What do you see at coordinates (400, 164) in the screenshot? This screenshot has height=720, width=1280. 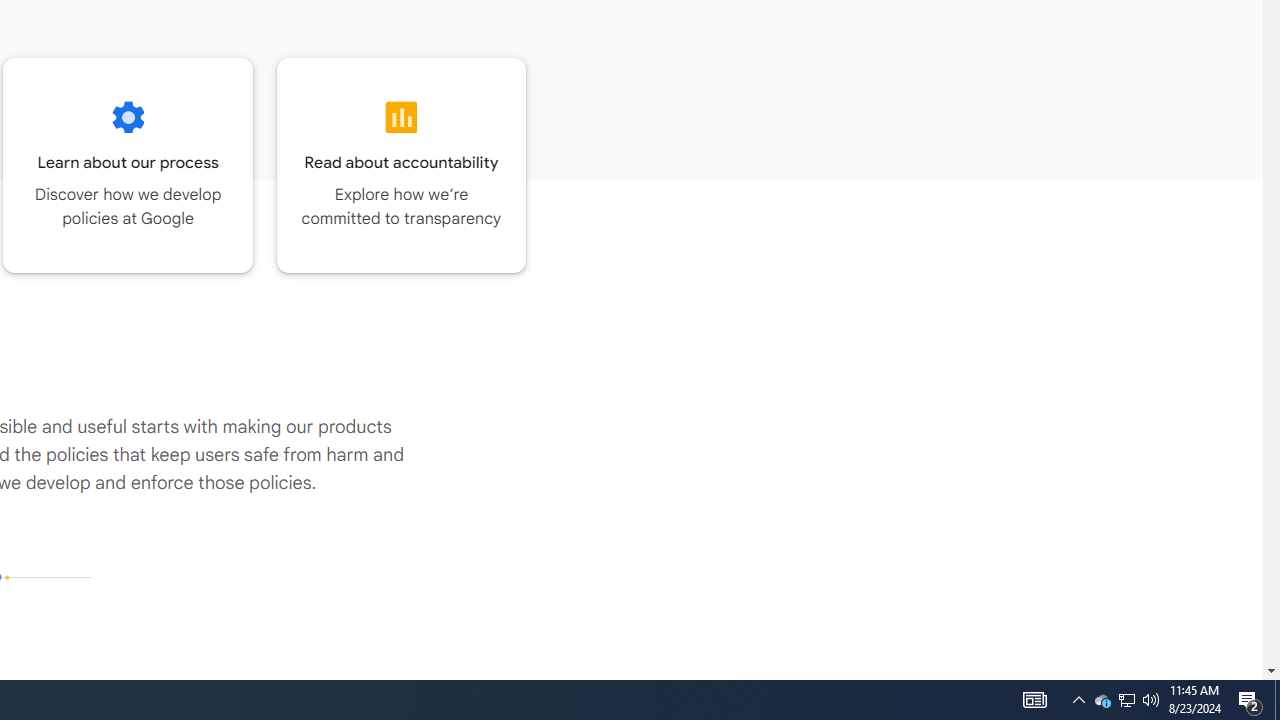 I see `'Go to the Accountability page'` at bounding box center [400, 164].